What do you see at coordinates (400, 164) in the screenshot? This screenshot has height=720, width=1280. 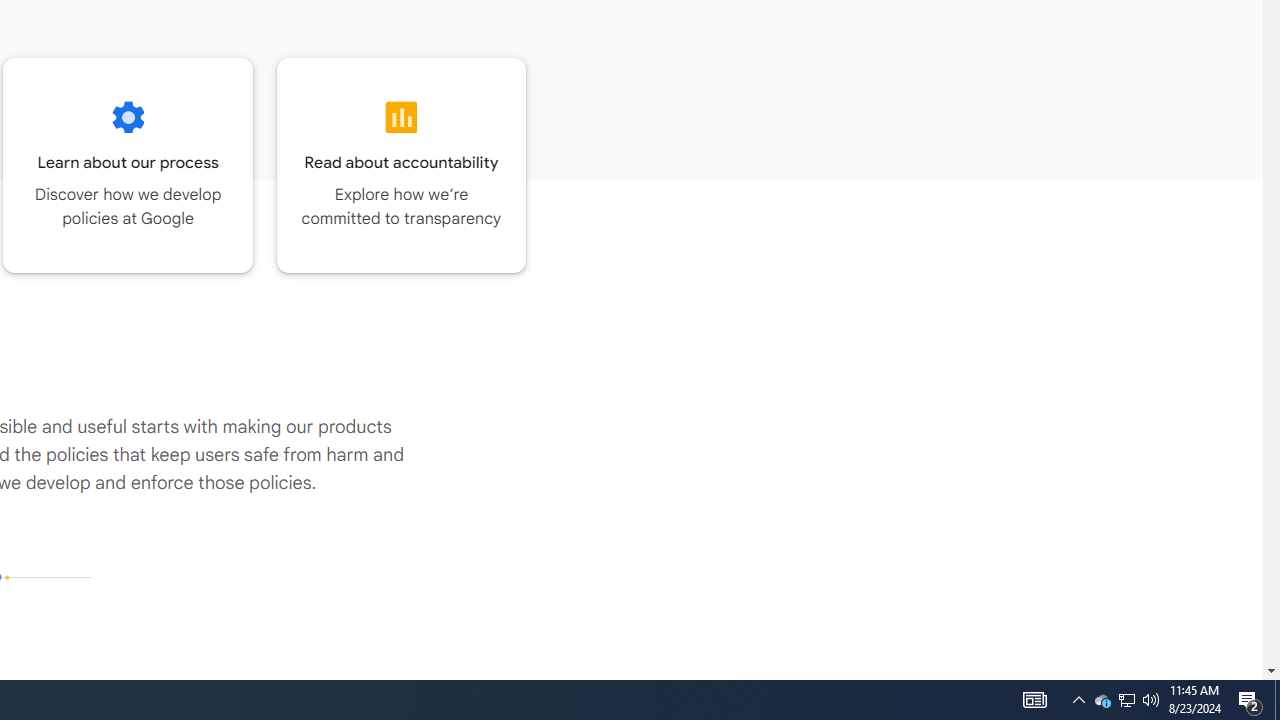 I see `'Go to the Accountability page'` at bounding box center [400, 164].